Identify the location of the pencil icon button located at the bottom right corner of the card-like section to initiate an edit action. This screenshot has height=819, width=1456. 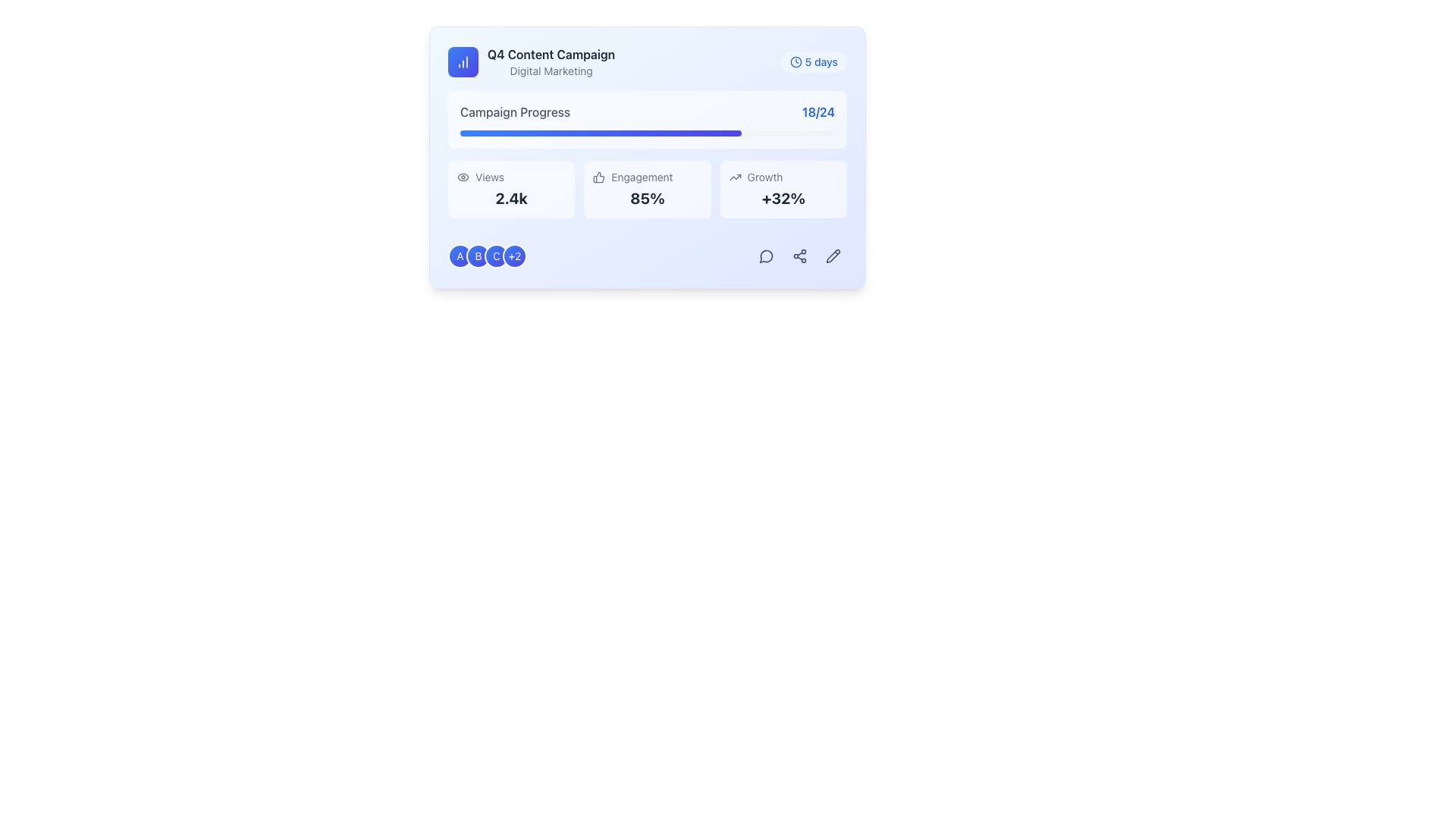
(833, 256).